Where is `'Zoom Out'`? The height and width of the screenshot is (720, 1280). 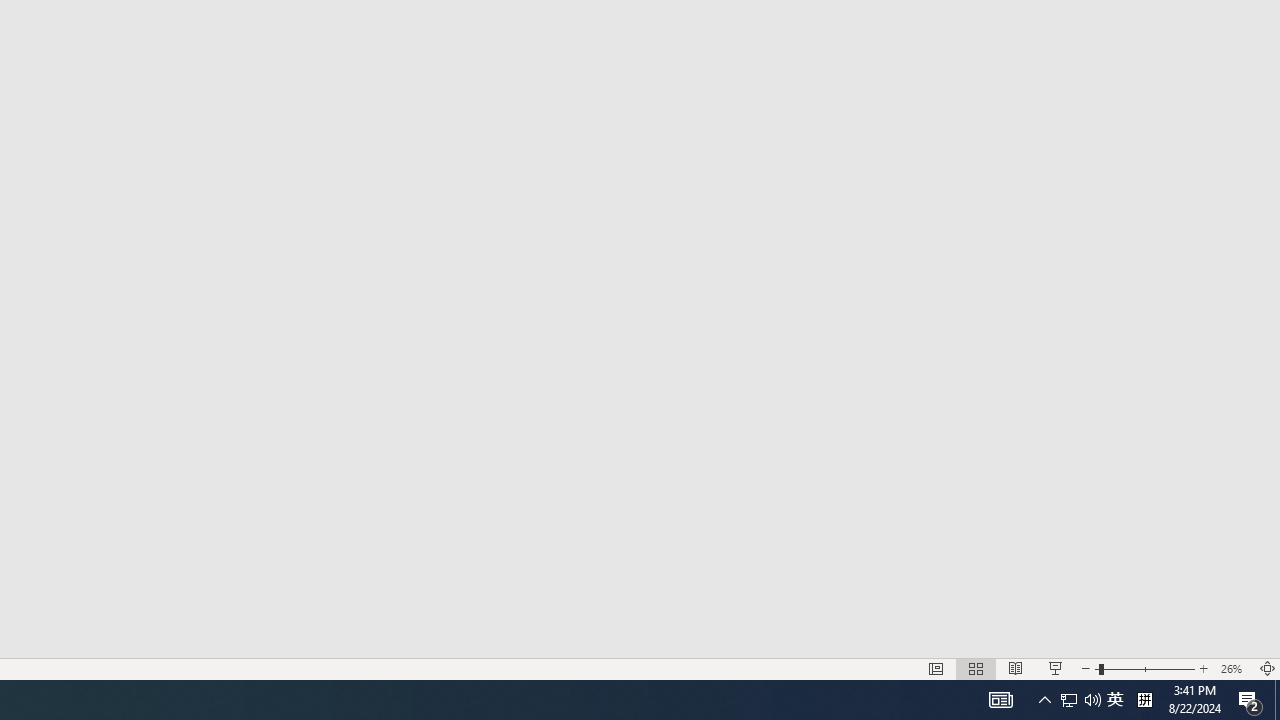 'Zoom Out' is located at coordinates (1095, 669).